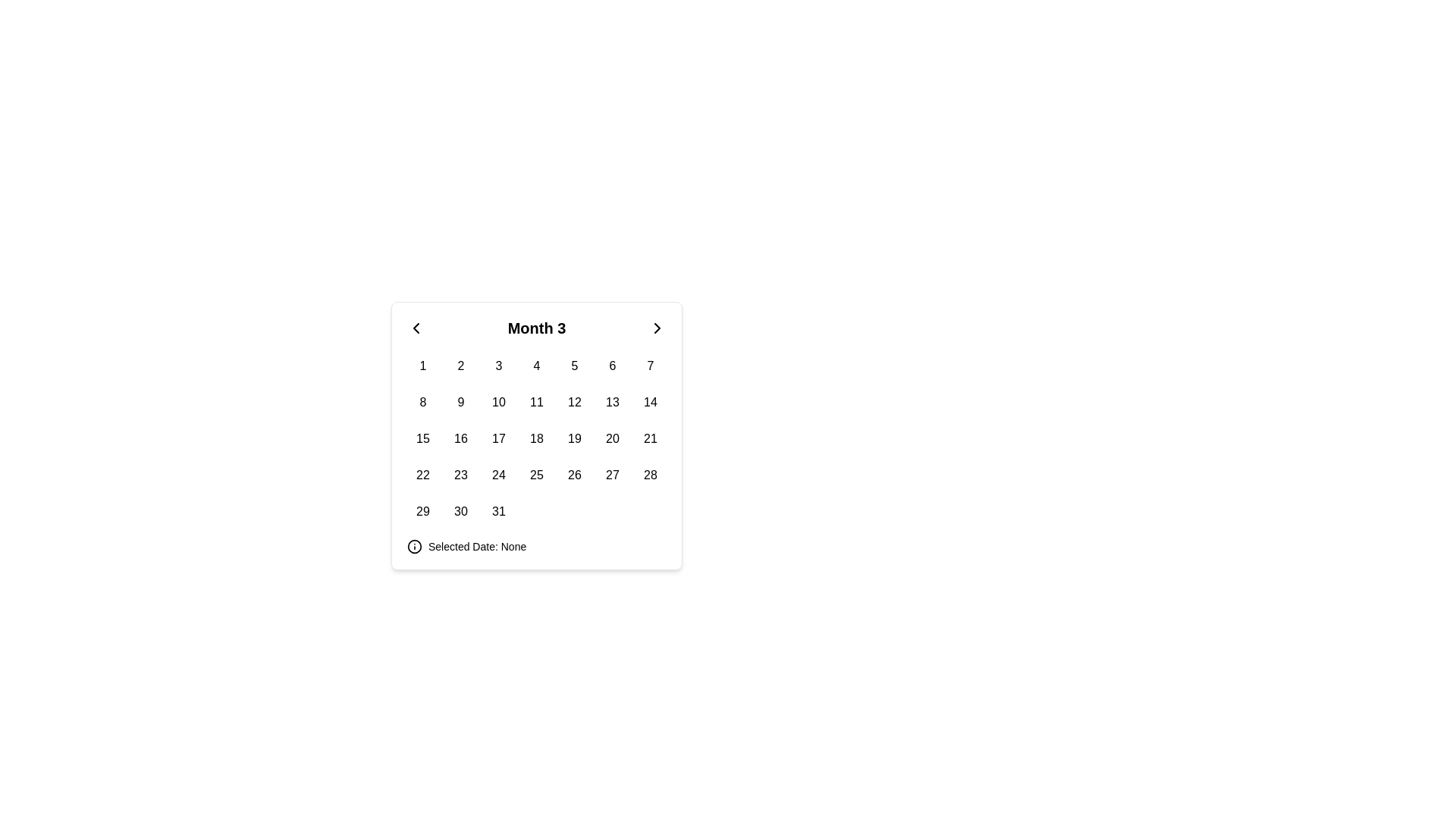 Image resolution: width=1456 pixels, height=819 pixels. I want to click on the left-pointing chevron SVG button located within the calendar popup component, positioned at the top-left corner near the current month display, for visual feedback, so click(416, 327).